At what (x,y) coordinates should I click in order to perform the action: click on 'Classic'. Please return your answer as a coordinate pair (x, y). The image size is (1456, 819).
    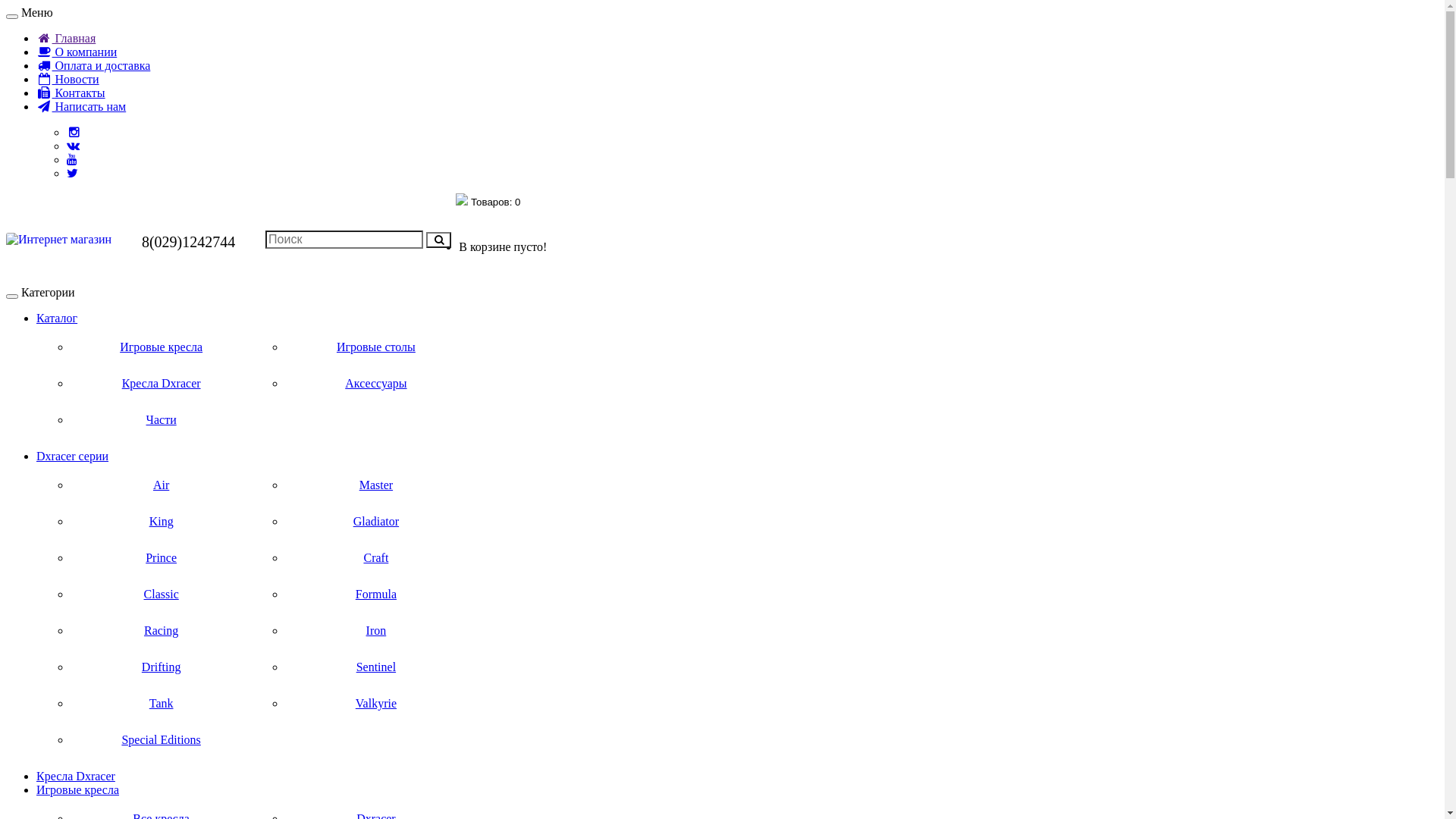
    Looking at the image, I should click on (161, 593).